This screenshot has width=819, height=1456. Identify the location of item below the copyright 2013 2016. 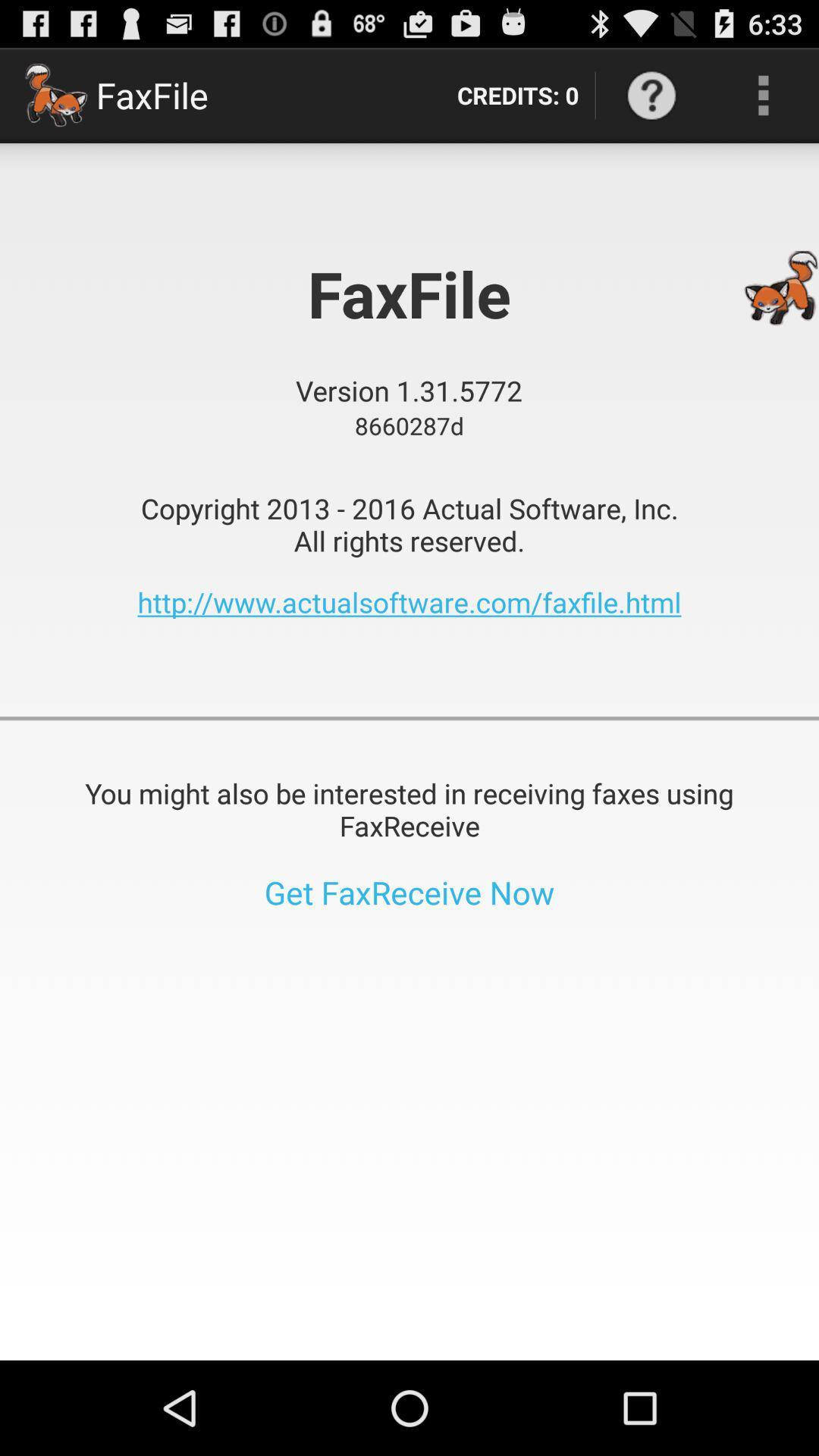
(409, 601).